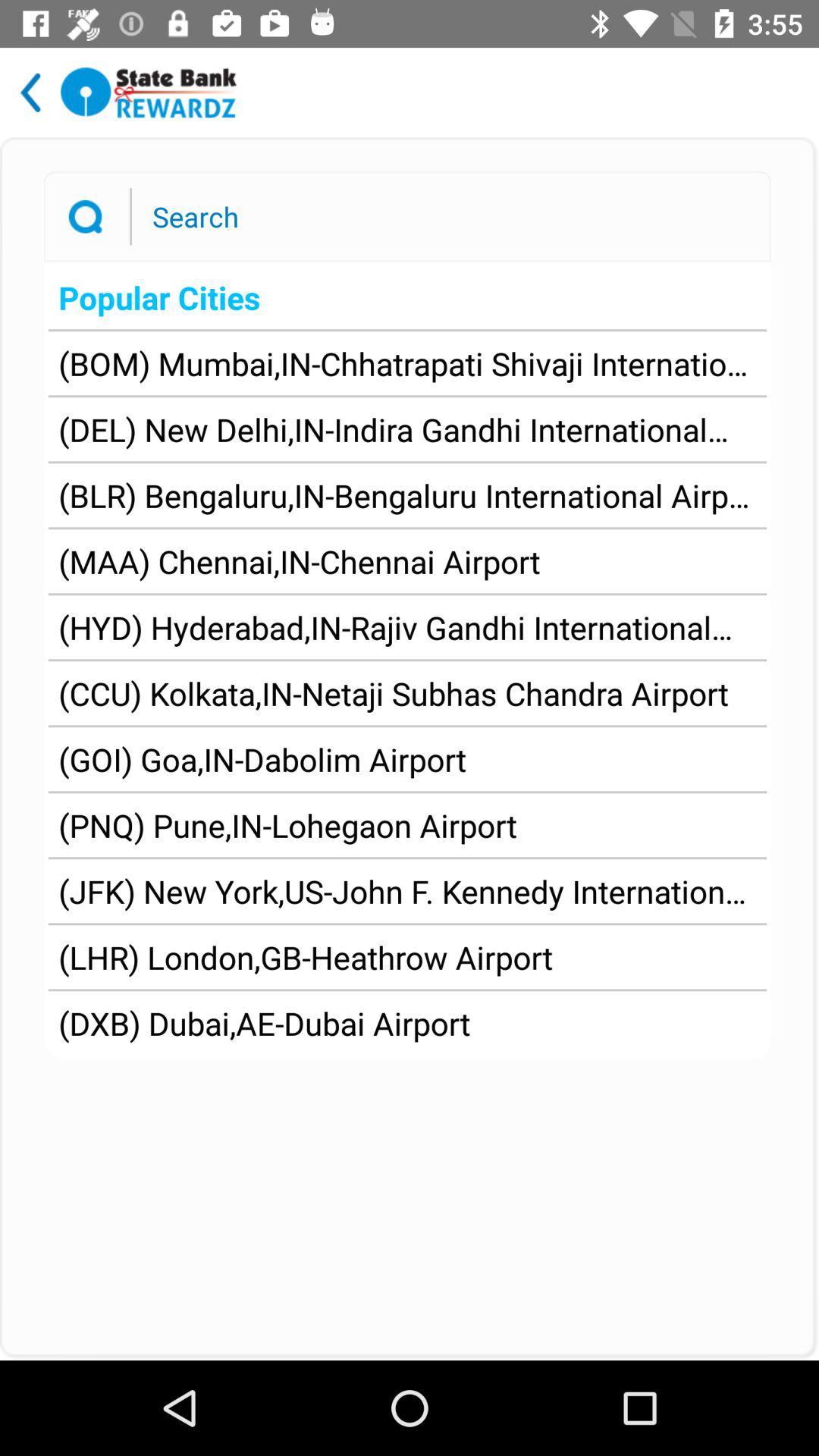  What do you see at coordinates (263, 1023) in the screenshot?
I see `dxb dubai ae` at bounding box center [263, 1023].